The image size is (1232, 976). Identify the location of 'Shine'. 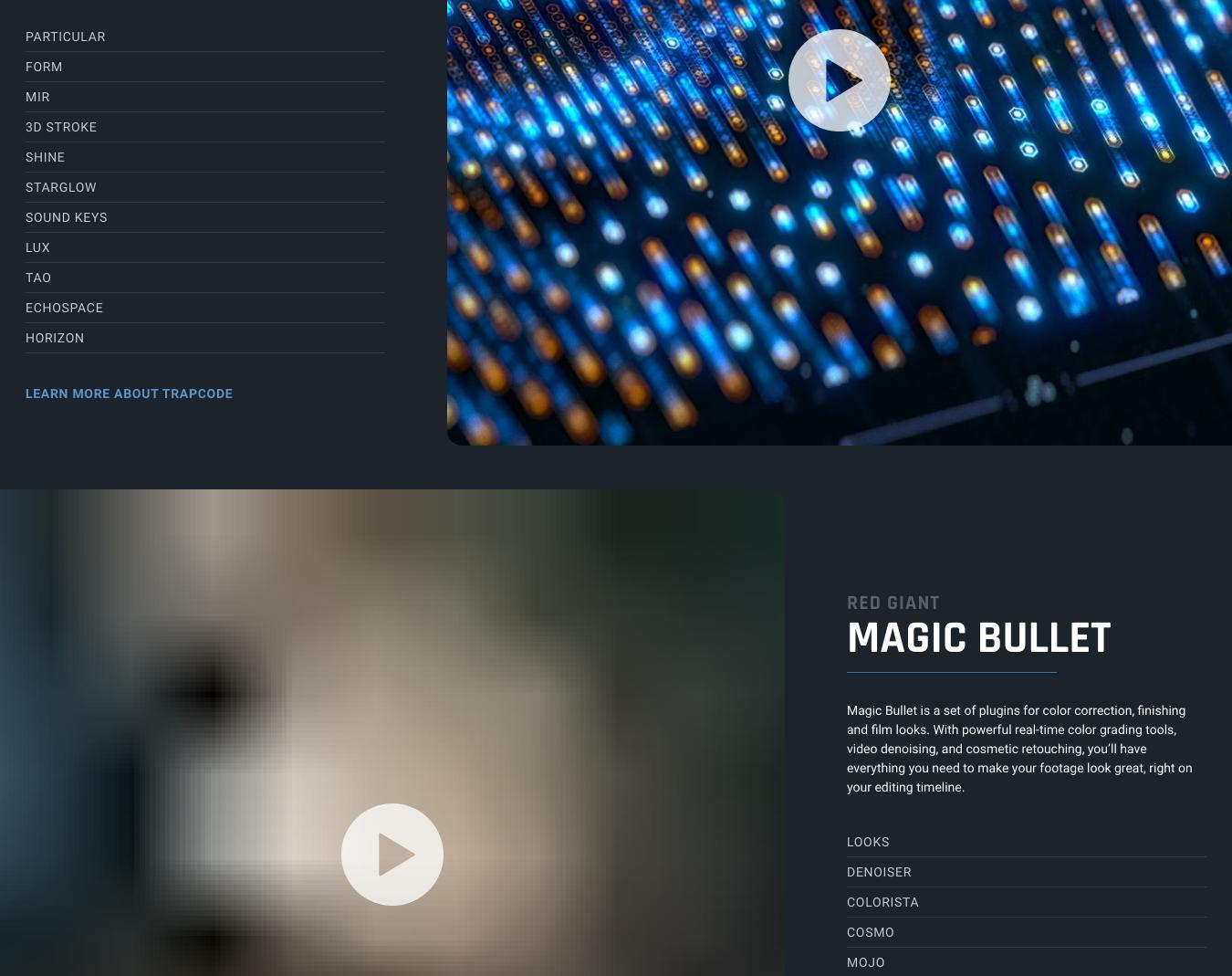
(24, 157).